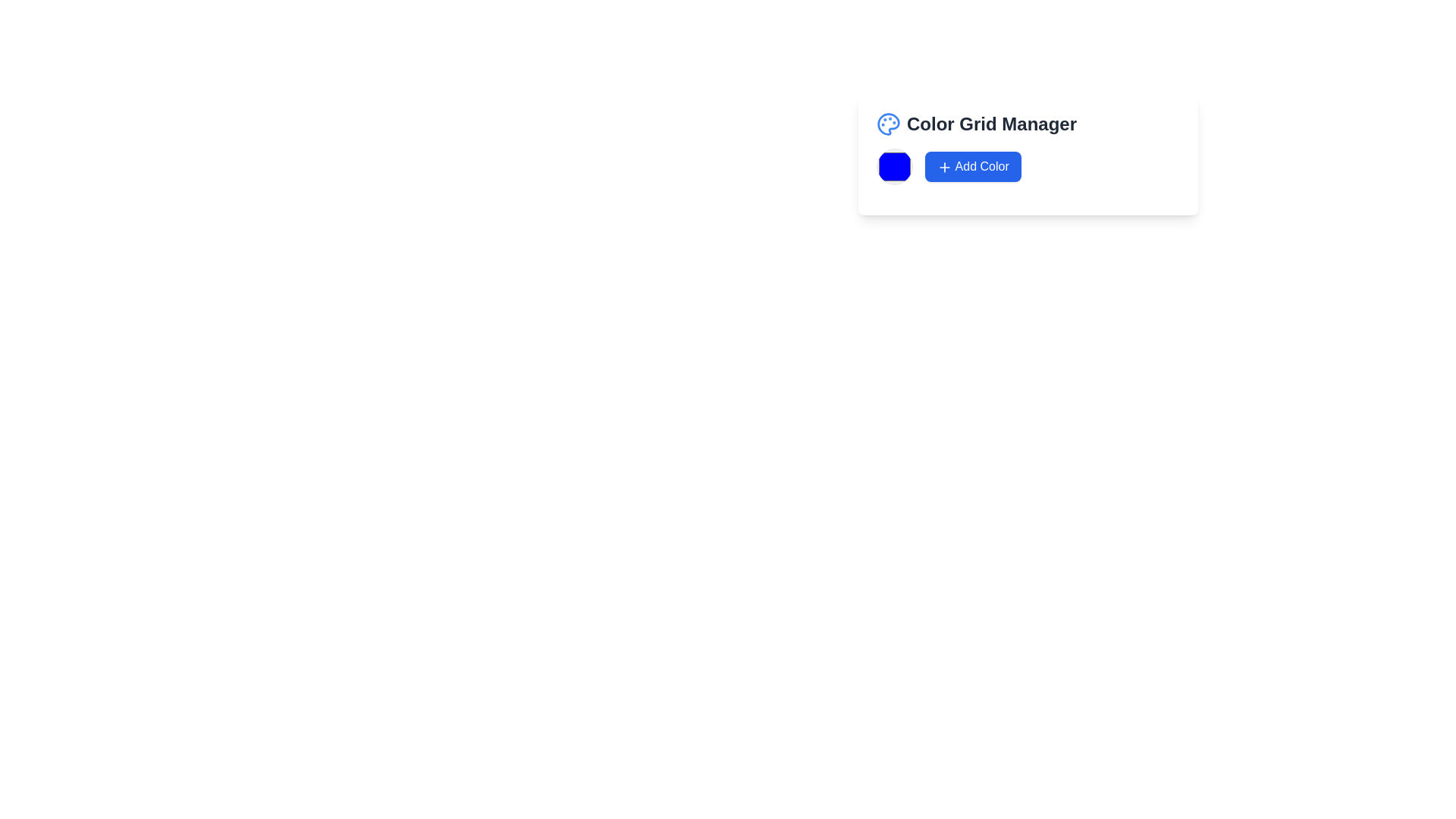 Image resolution: width=1456 pixels, height=819 pixels. I want to click on the static text label identifying the color grid management area, which includes an icon on its left and is positioned above the 'Add Color' components, so click(1028, 124).